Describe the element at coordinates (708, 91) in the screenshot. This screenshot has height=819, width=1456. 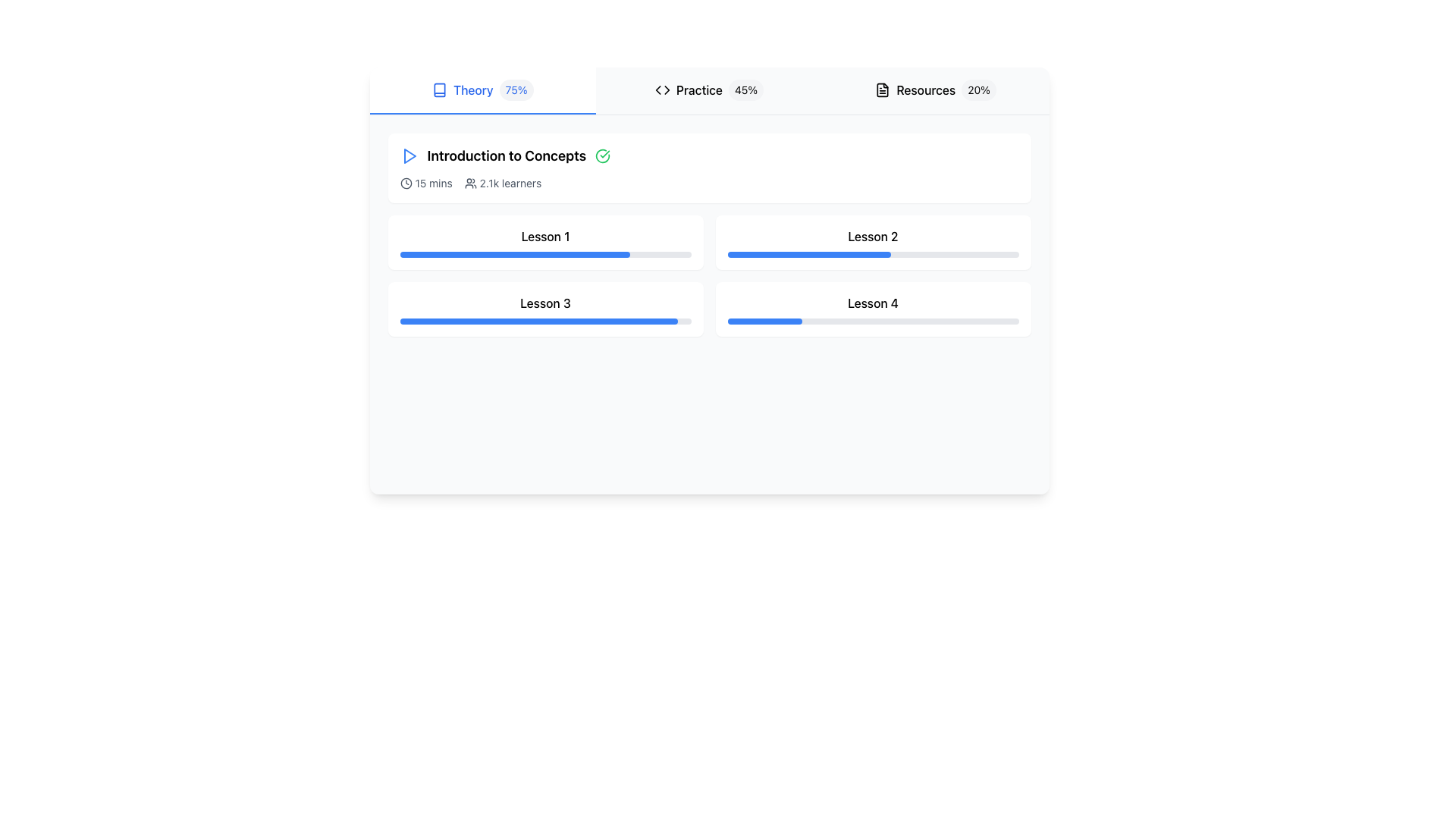
I see `the Tab Group element that serves as a navigation bar for 'Theory', 'Practice', and 'Resources'` at that location.